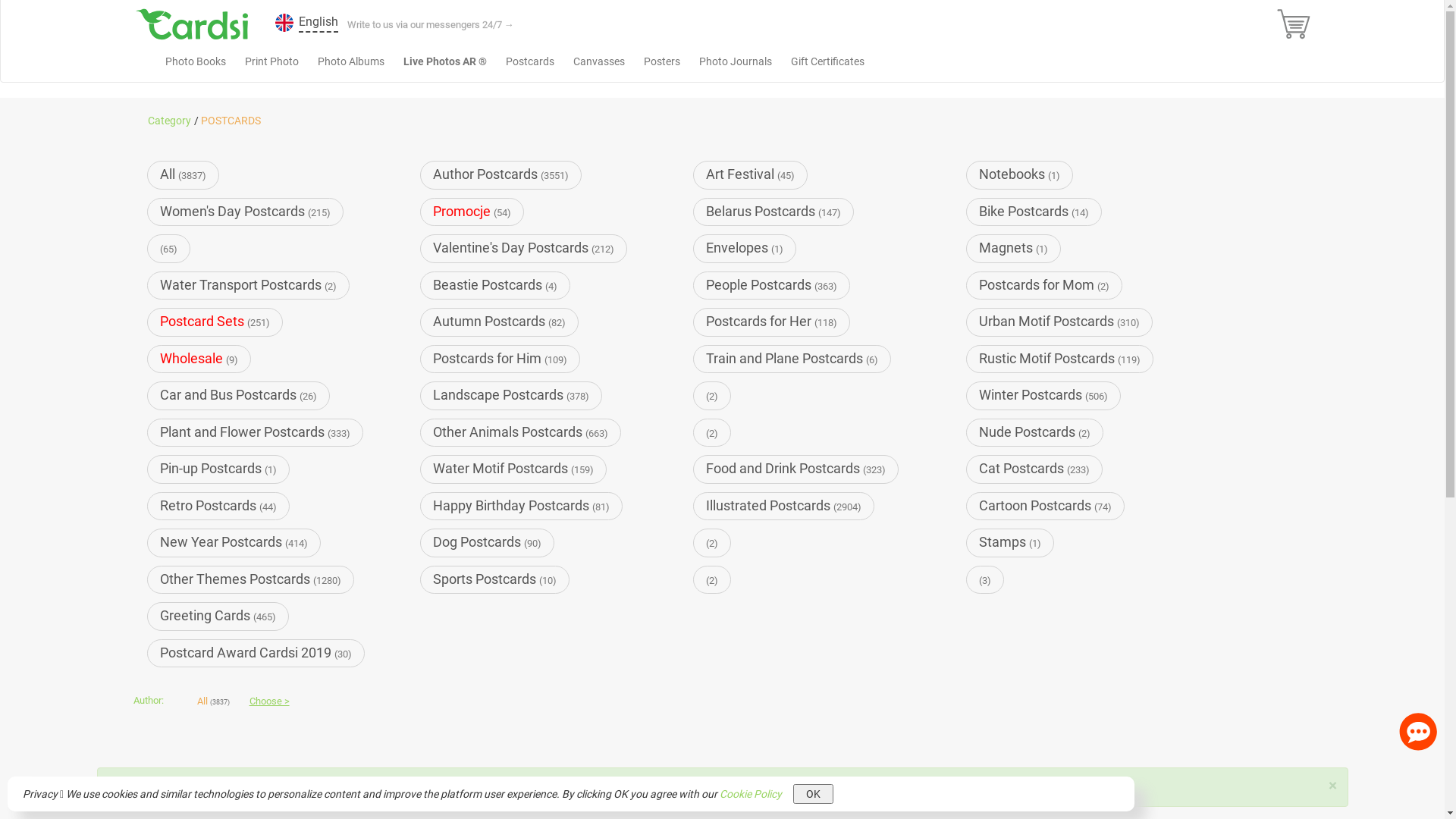 This screenshot has height=819, width=1456. What do you see at coordinates (1059, 359) in the screenshot?
I see `'Rustic Motif Postcards (119)'` at bounding box center [1059, 359].